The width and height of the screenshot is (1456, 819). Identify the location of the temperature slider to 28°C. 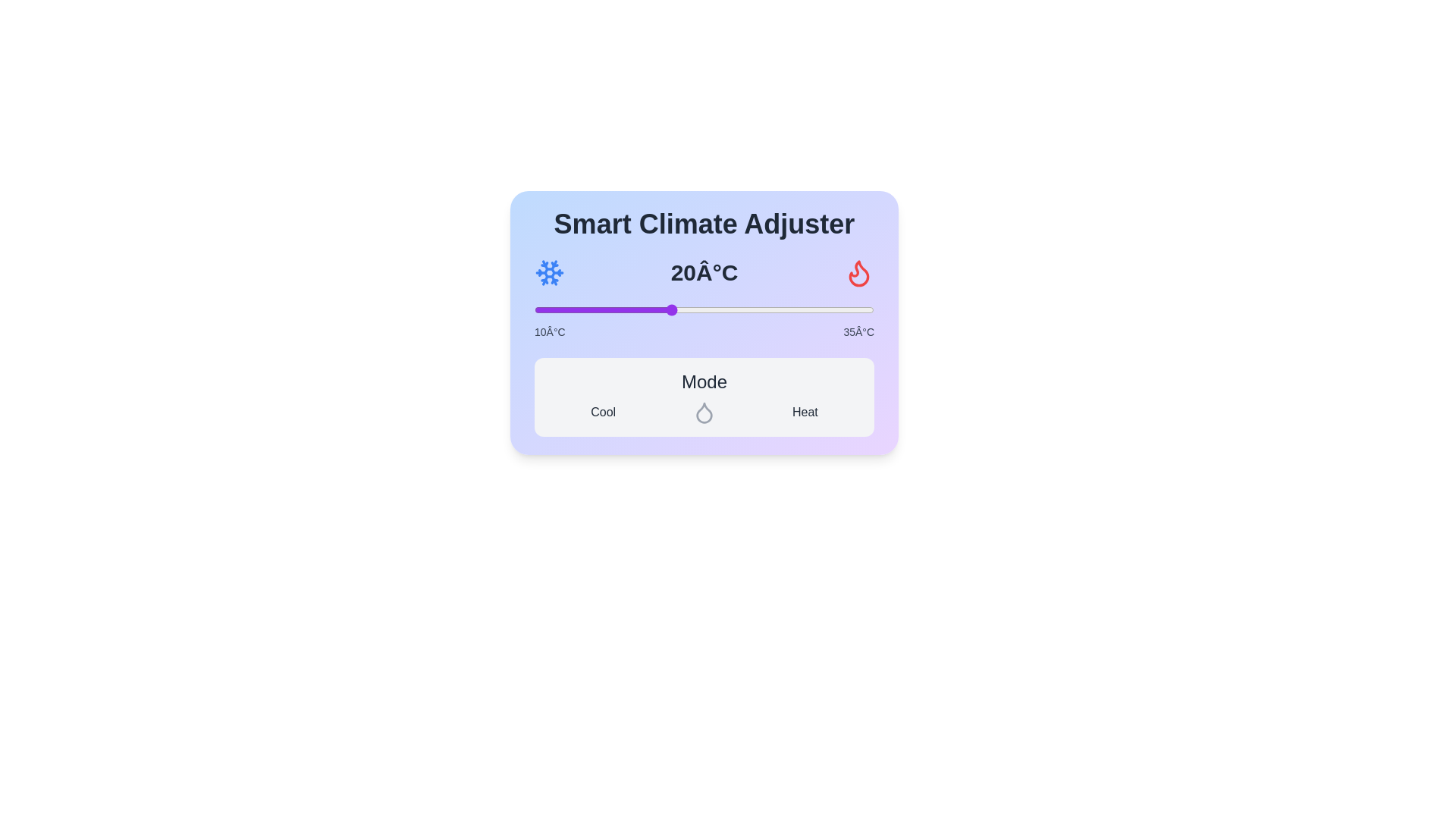
(779, 309).